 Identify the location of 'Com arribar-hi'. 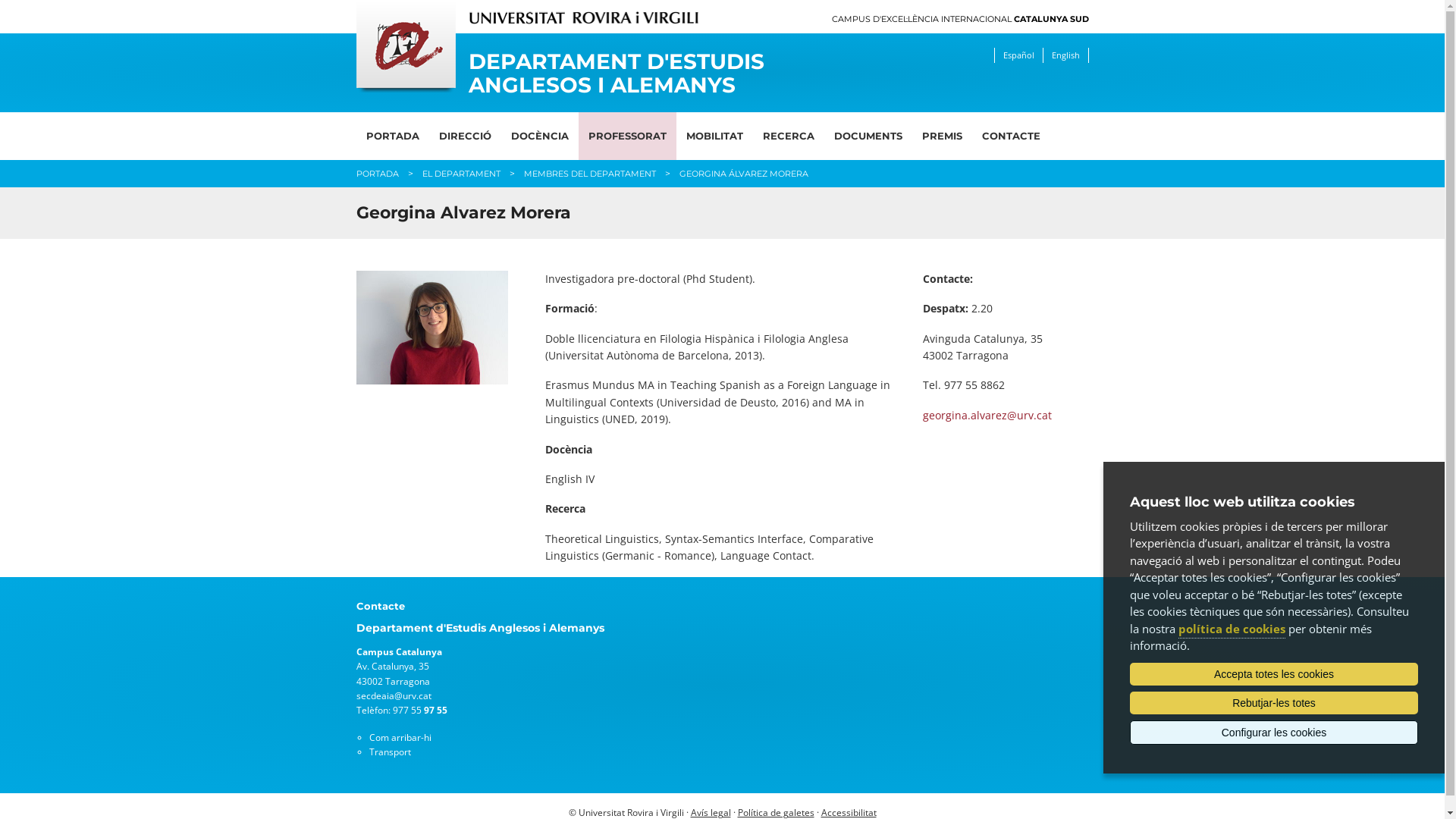
(400, 736).